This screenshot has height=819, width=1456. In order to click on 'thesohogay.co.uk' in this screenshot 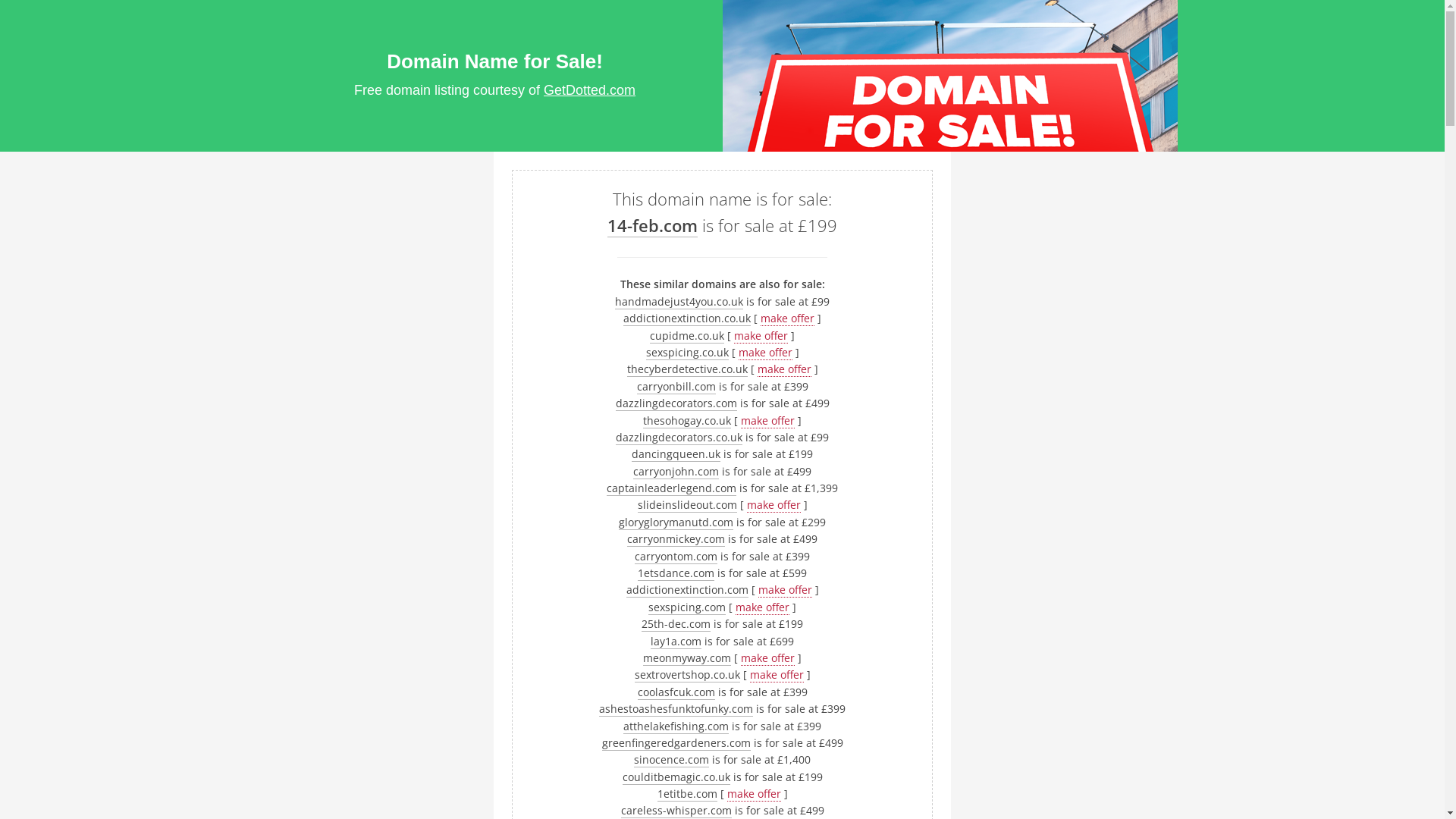, I will do `click(686, 420)`.